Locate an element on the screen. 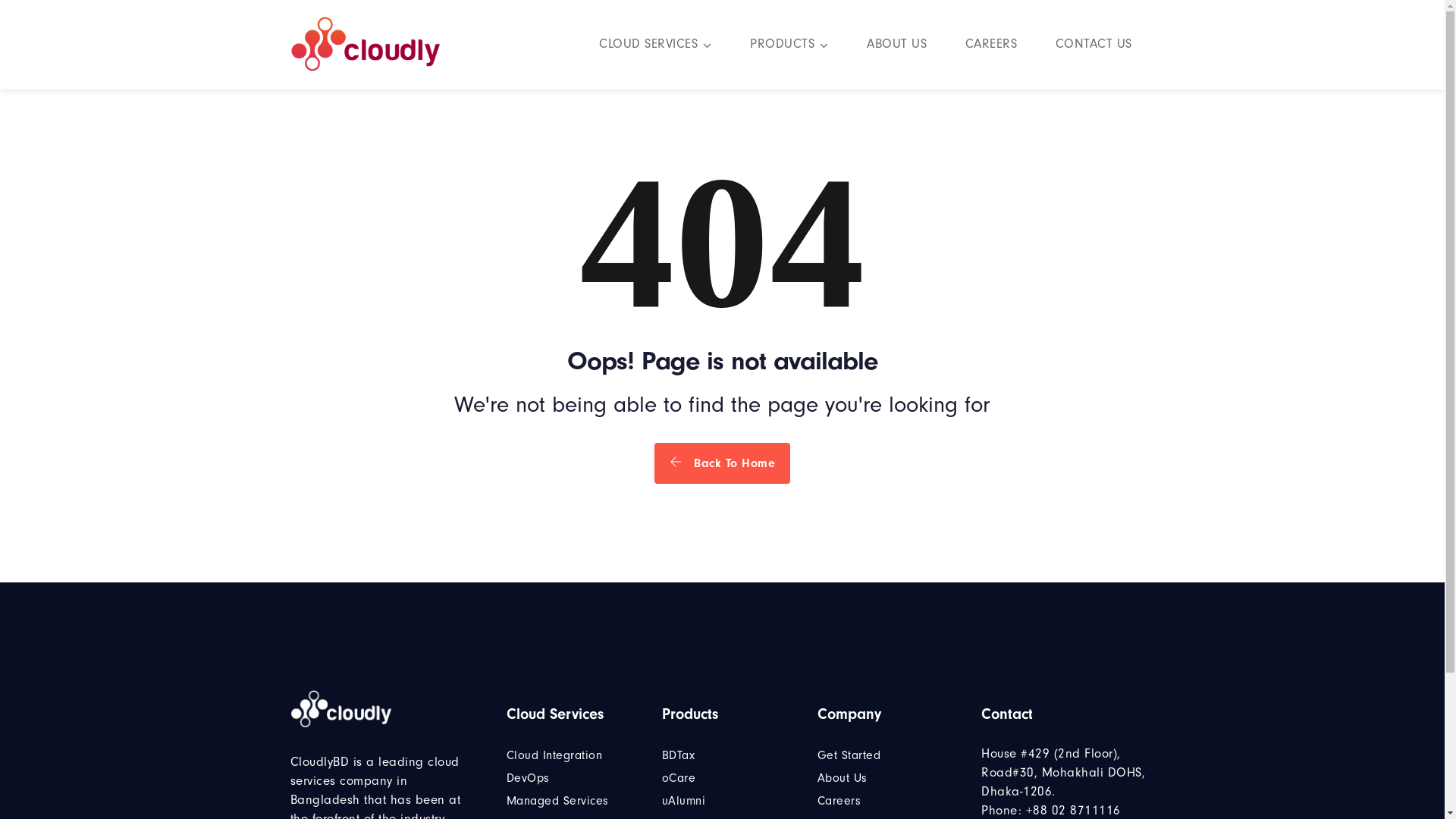 The width and height of the screenshot is (1456, 819). 'Get Started' is located at coordinates (848, 755).